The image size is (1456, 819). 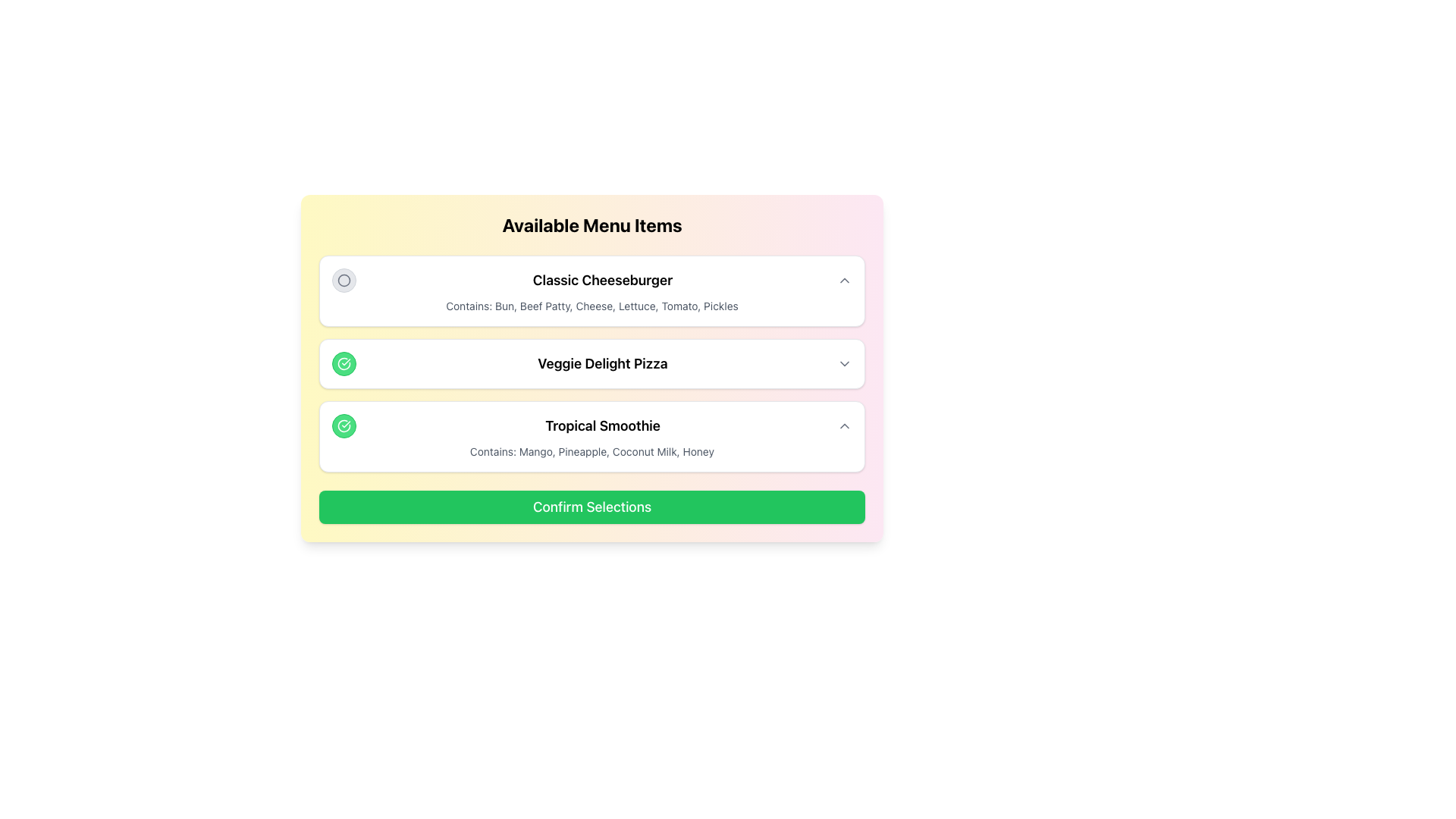 I want to click on the menu item header titled 'Classic Cheeseburger', so click(x=591, y=281).